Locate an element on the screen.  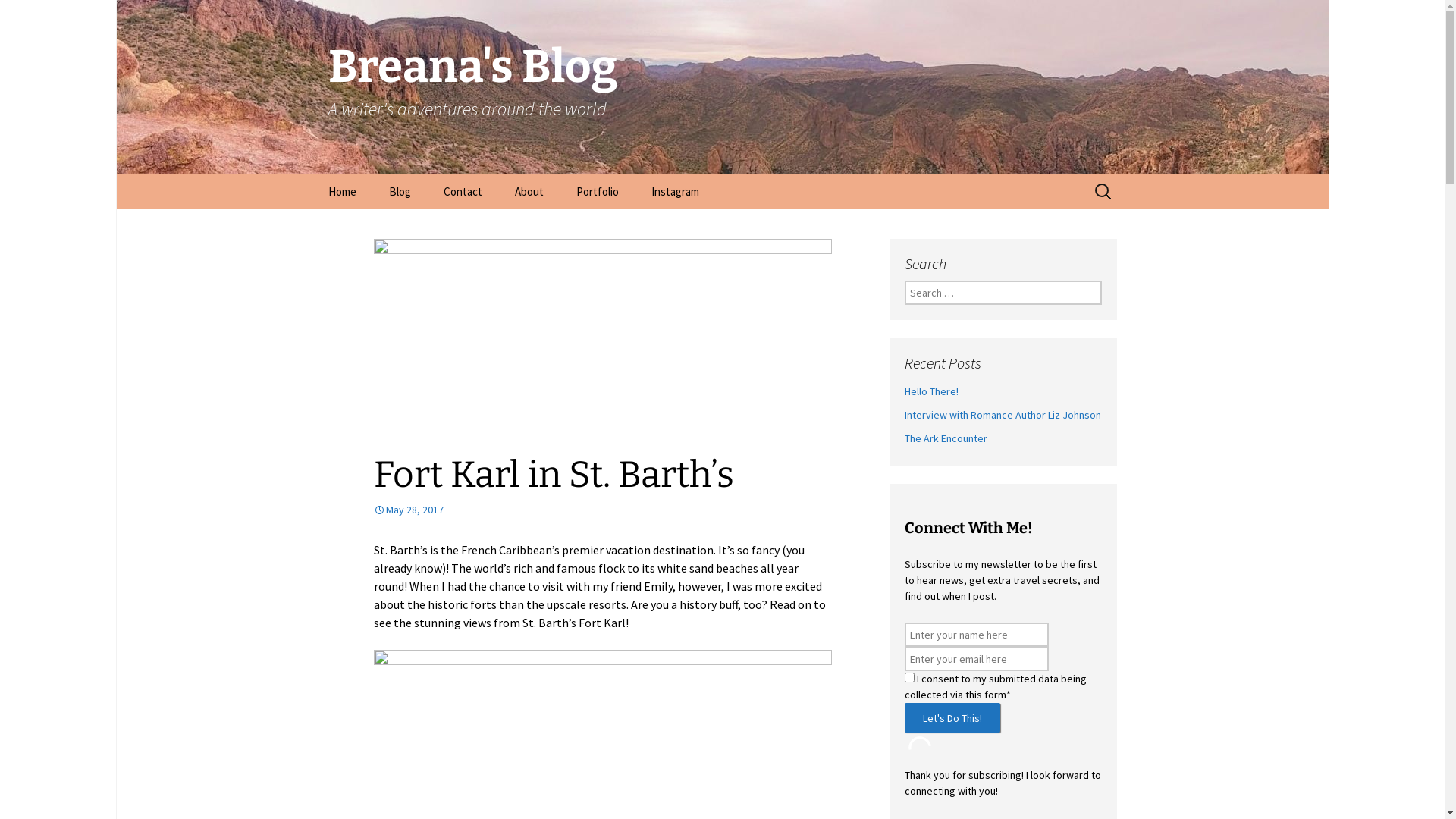
'Search' is located at coordinates (33, 14).